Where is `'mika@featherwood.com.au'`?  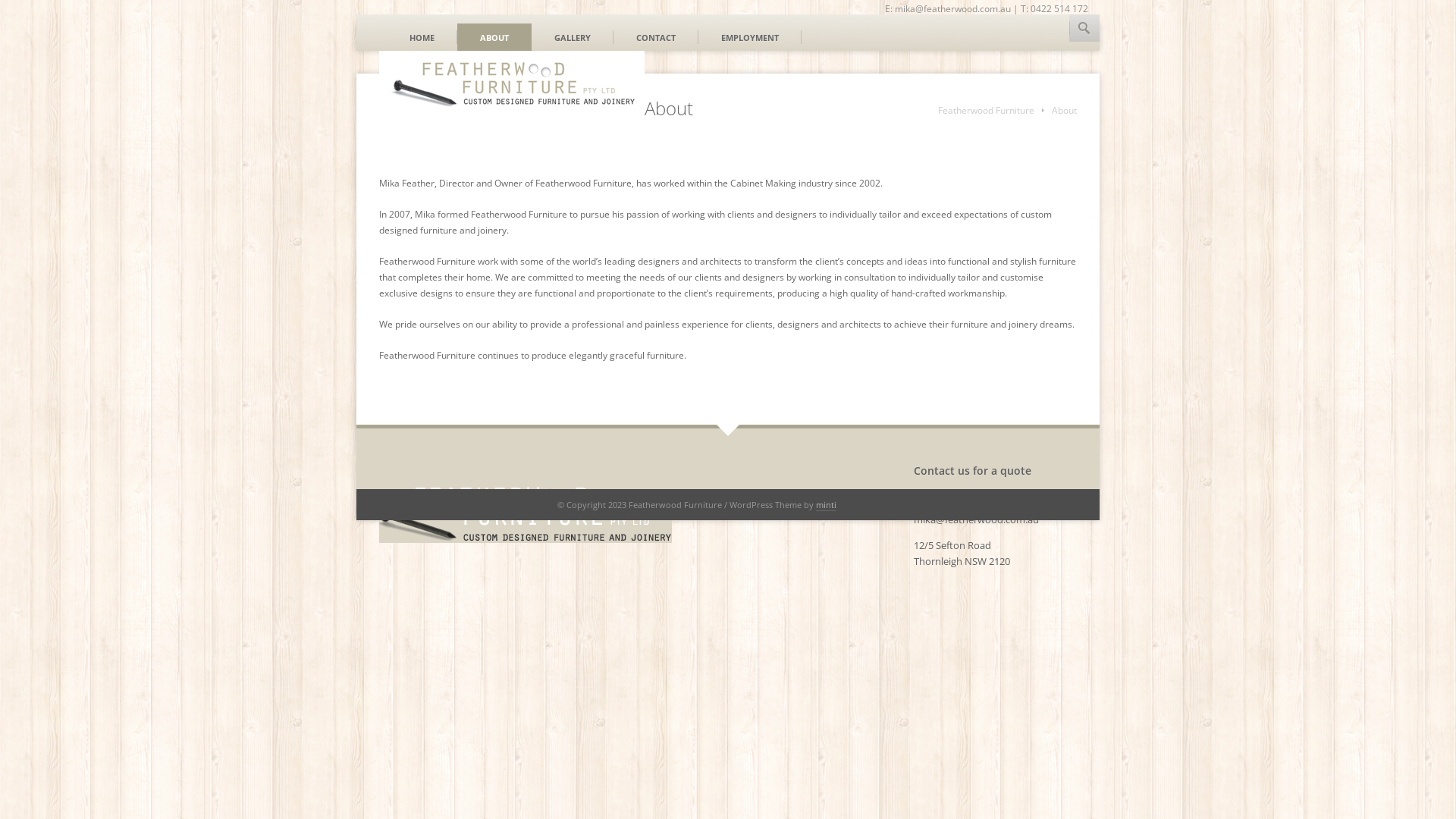 'mika@featherwood.com.au' is located at coordinates (976, 519).